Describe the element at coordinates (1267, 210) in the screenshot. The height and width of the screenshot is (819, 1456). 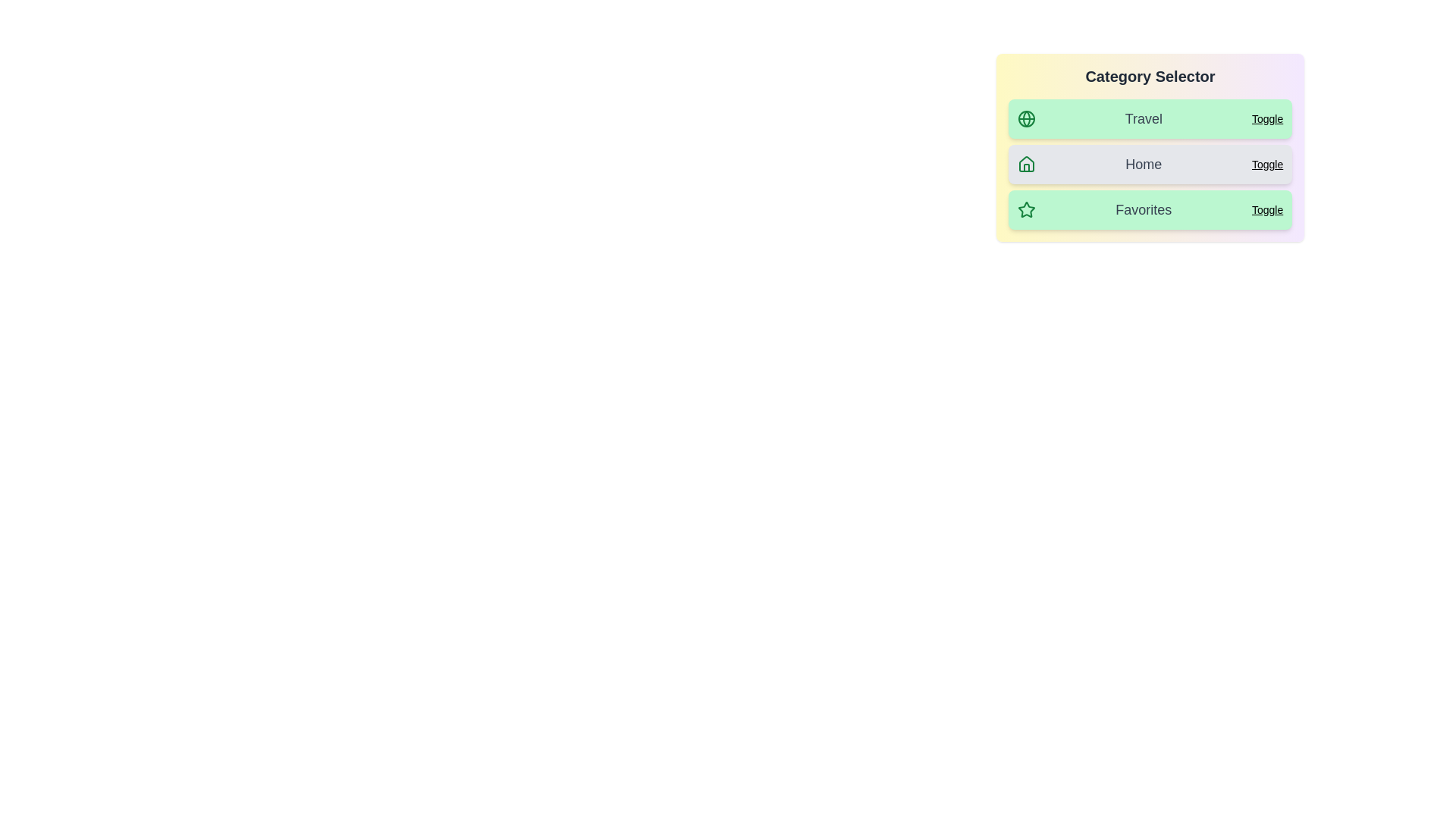
I see `the 'Toggle' button of the category item corresponding to Favorites` at that location.